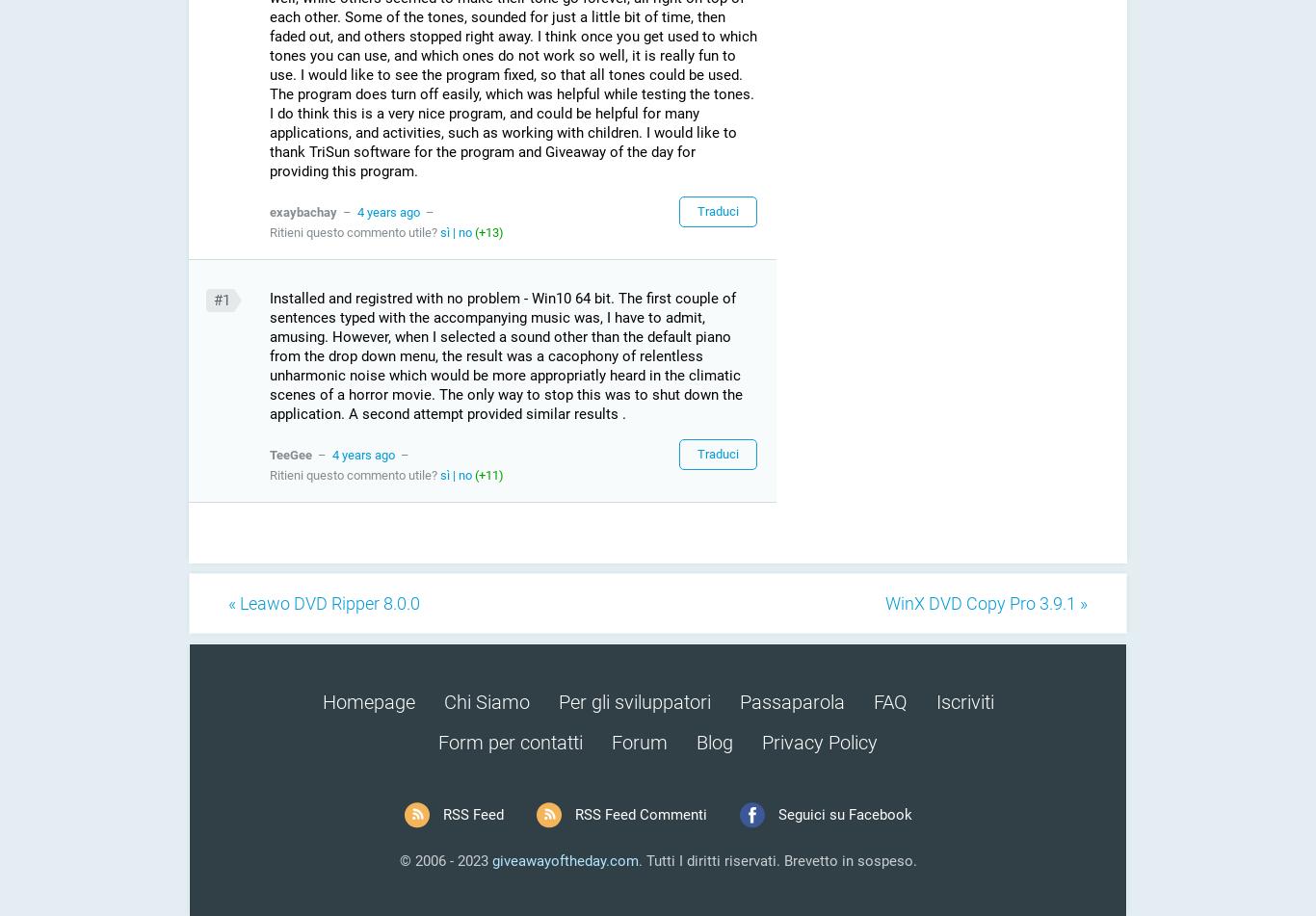 The image size is (1316, 916). What do you see at coordinates (611, 741) in the screenshot?
I see `'Forum'` at bounding box center [611, 741].